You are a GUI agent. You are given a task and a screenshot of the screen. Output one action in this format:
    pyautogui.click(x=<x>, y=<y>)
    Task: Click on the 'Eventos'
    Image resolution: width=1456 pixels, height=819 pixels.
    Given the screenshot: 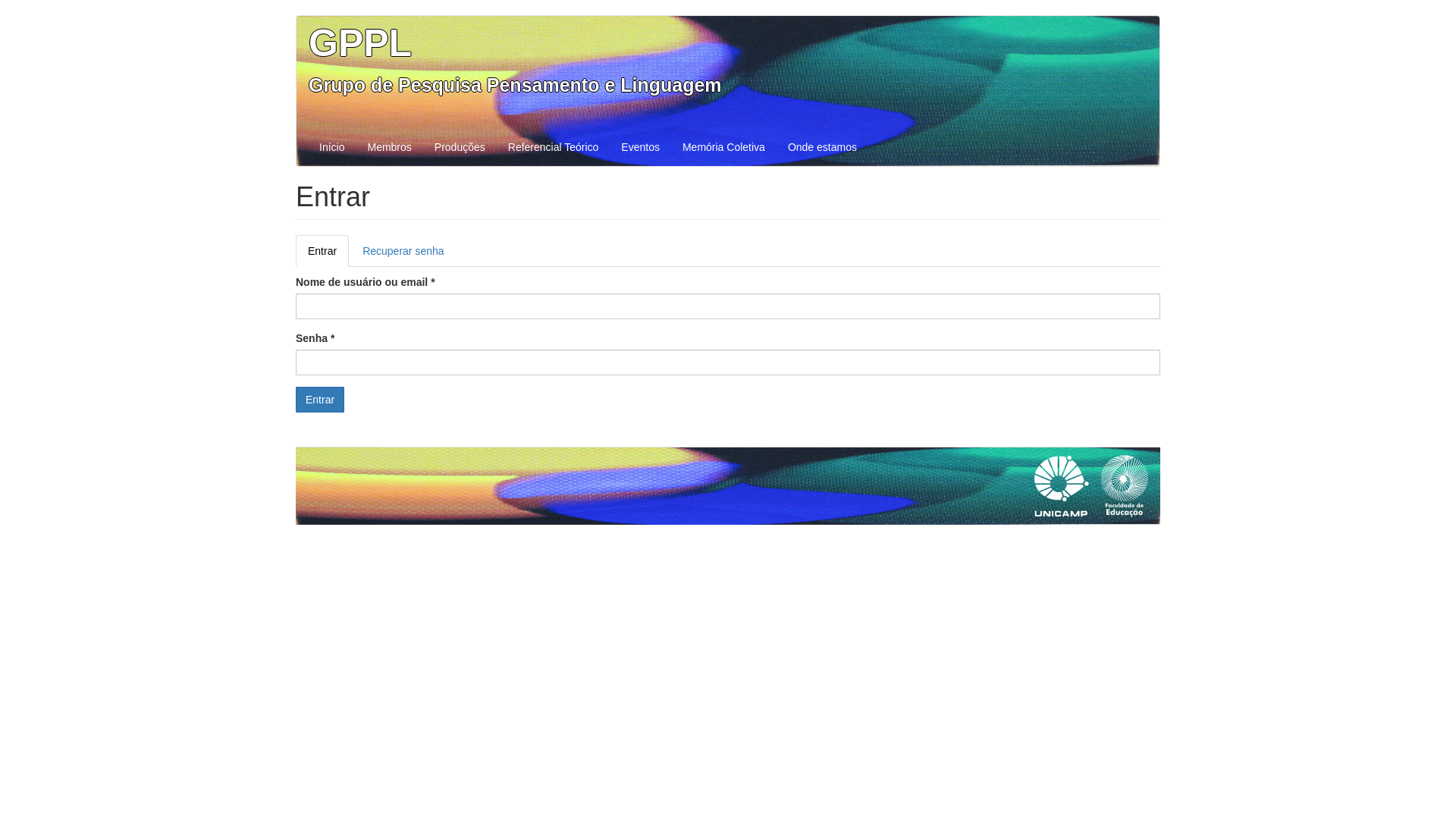 What is the action you would take?
    pyautogui.click(x=640, y=146)
    